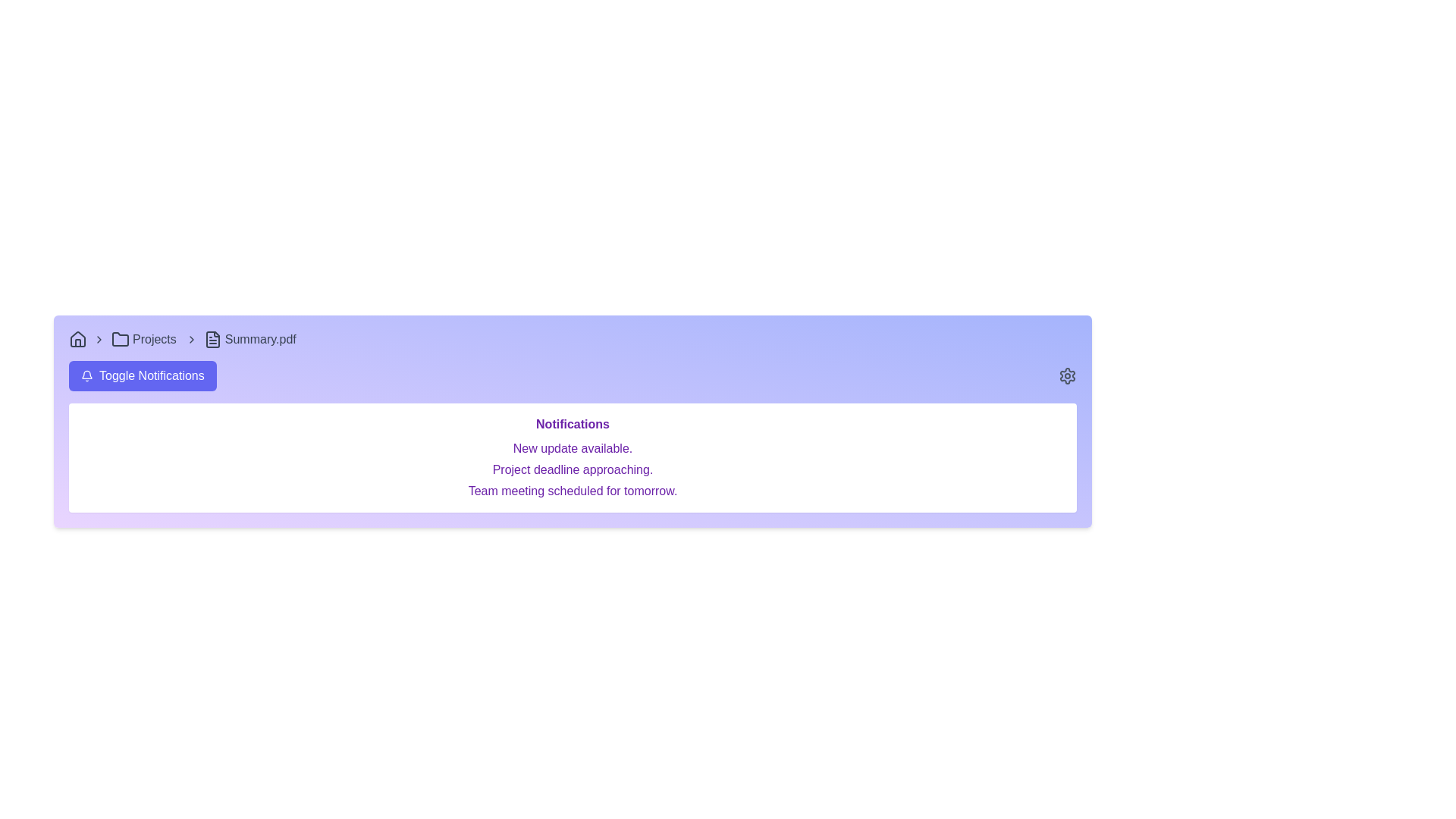 The image size is (1456, 819). I want to click on the rectangular file icon in the breadcrumb navigation bar, positioned between the 'Projects' folder icon and the 'Summary.pdf' text, so click(212, 338).